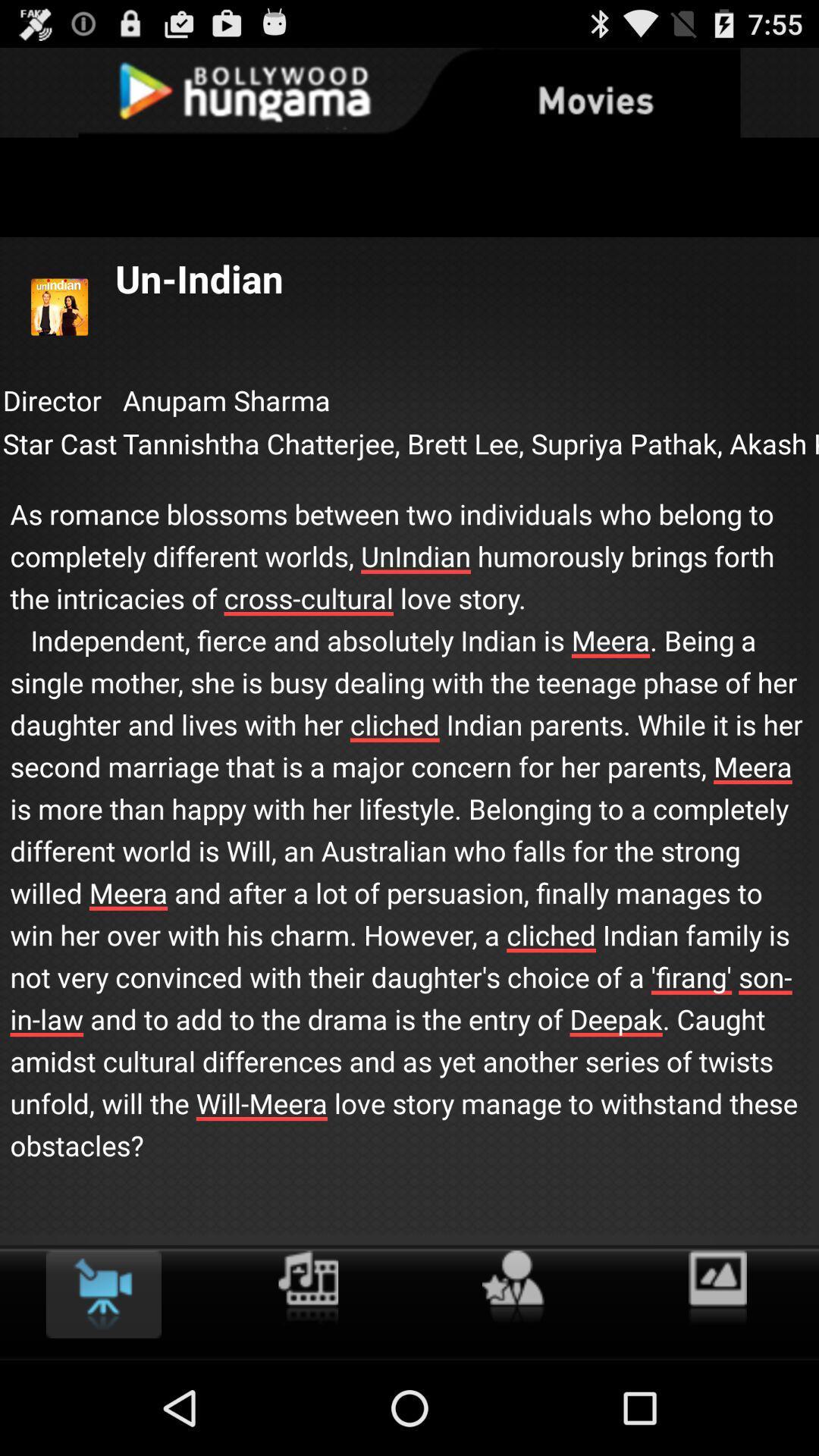  What do you see at coordinates (717, 1288) in the screenshot?
I see `item at the bottom right corner` at bounding box center [717, 1288].